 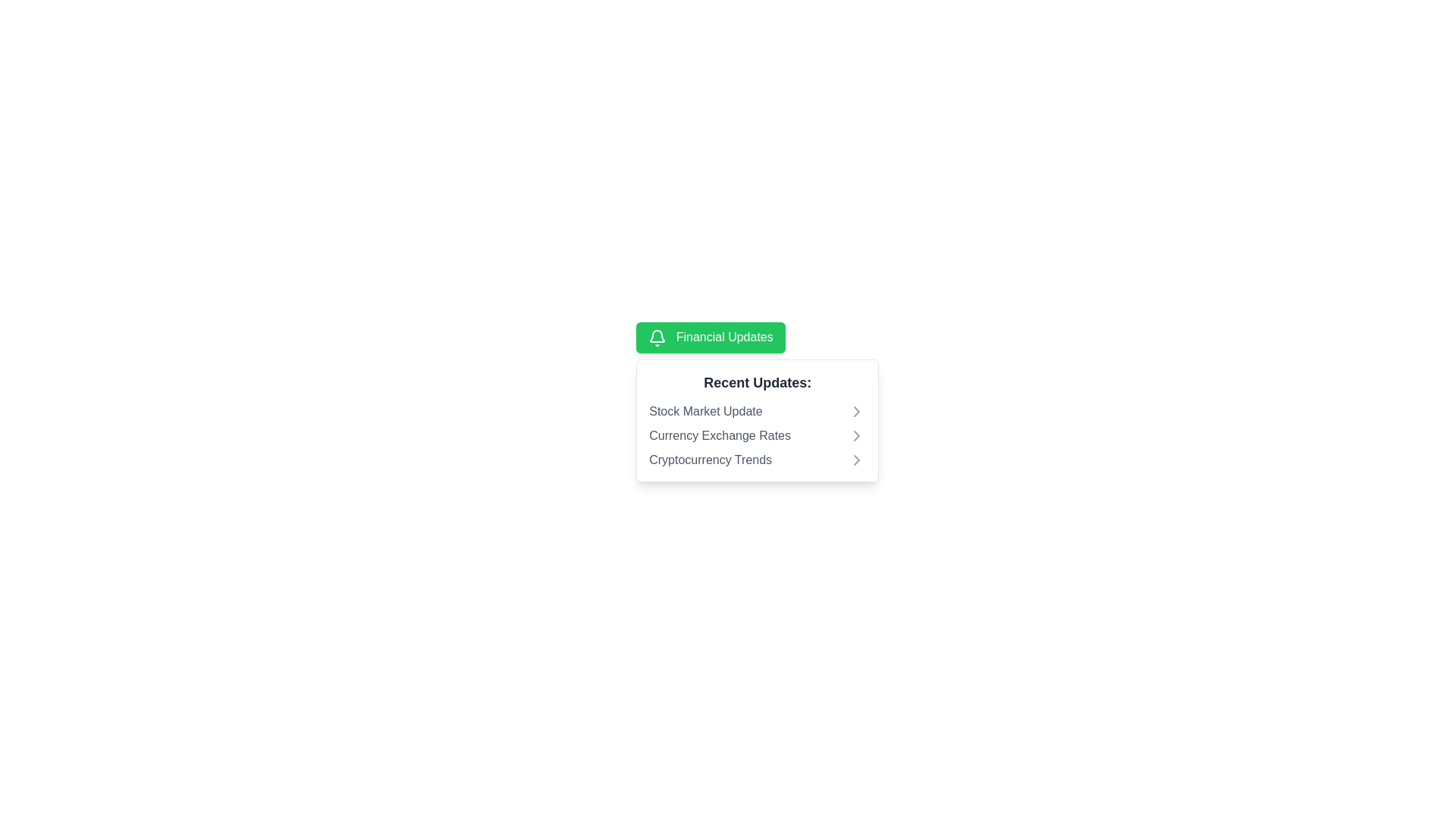 What do you see at coordinates (719, 435) in the screenshot?
I see `the currency exchange rates label or link in the dropdown menu to trigger a tooltip display or highlight effect` at bounding box center [719, 435].